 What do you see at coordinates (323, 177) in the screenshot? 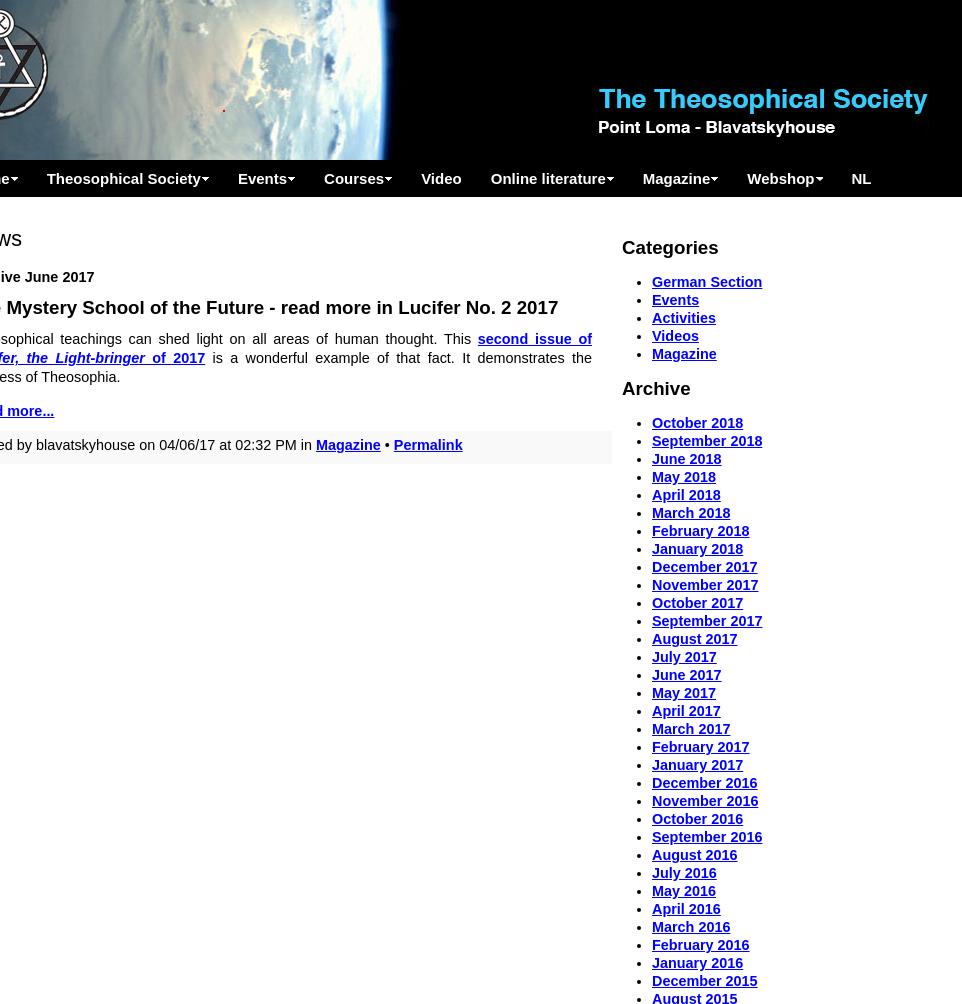
I see `'Courses'` at bounding box center [323, 177].